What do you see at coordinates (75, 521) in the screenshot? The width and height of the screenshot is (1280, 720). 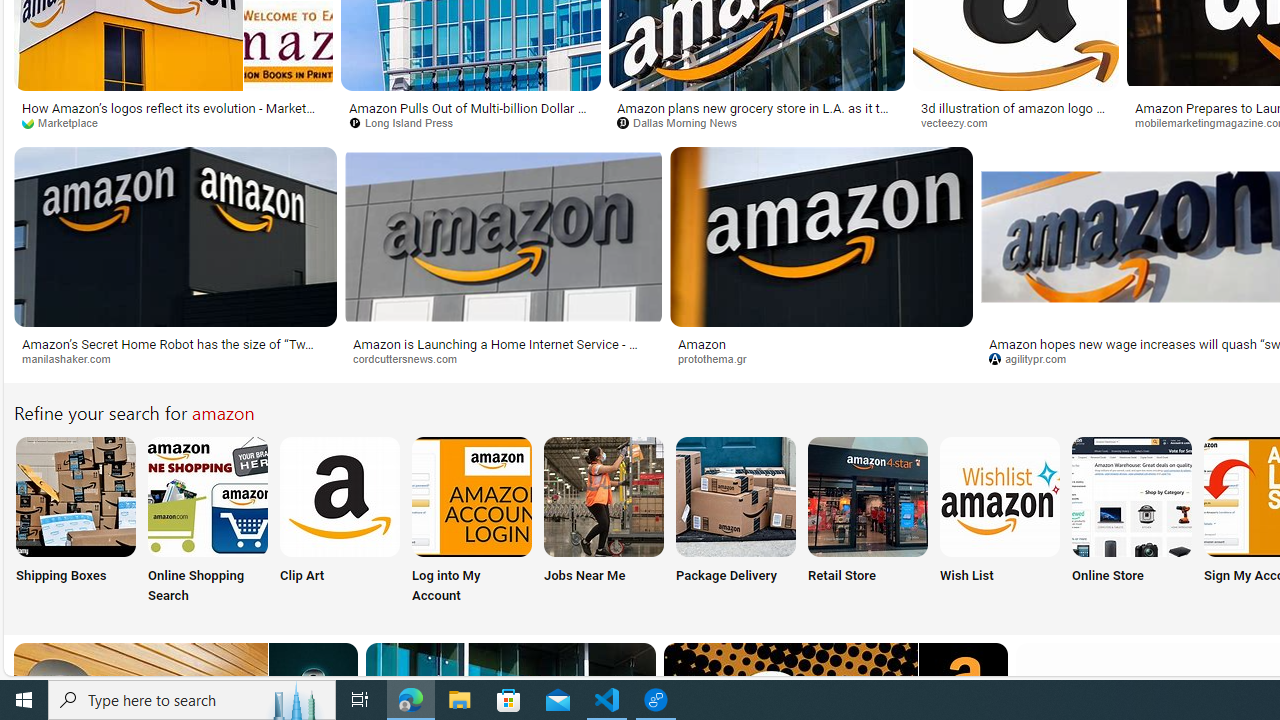 I see `'Amazon Shipping Boxes Shipping Boxes'` at bounding box center [75, 521].